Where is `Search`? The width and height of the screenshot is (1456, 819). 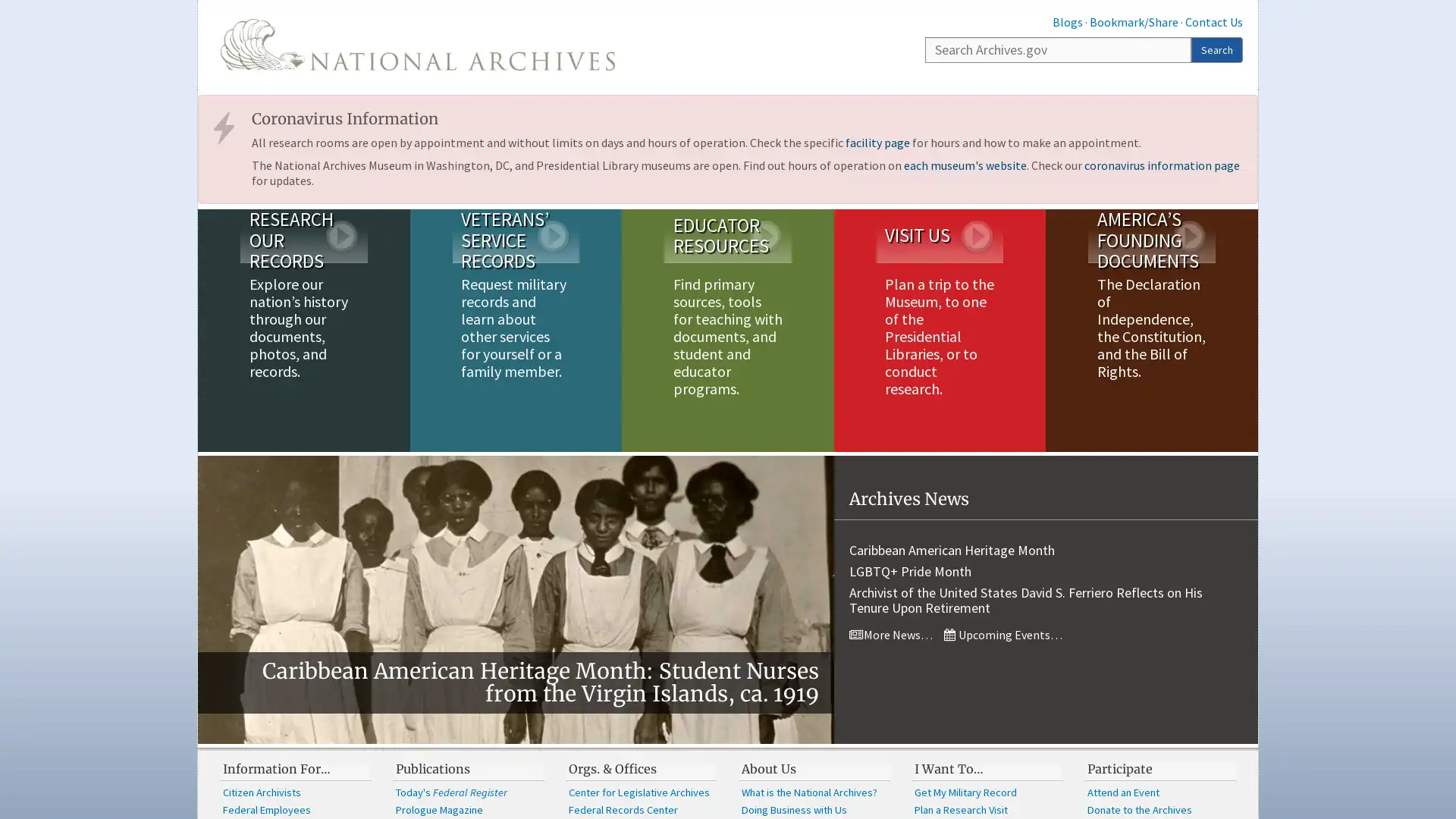
Search is located at coordinates (1216, 49).